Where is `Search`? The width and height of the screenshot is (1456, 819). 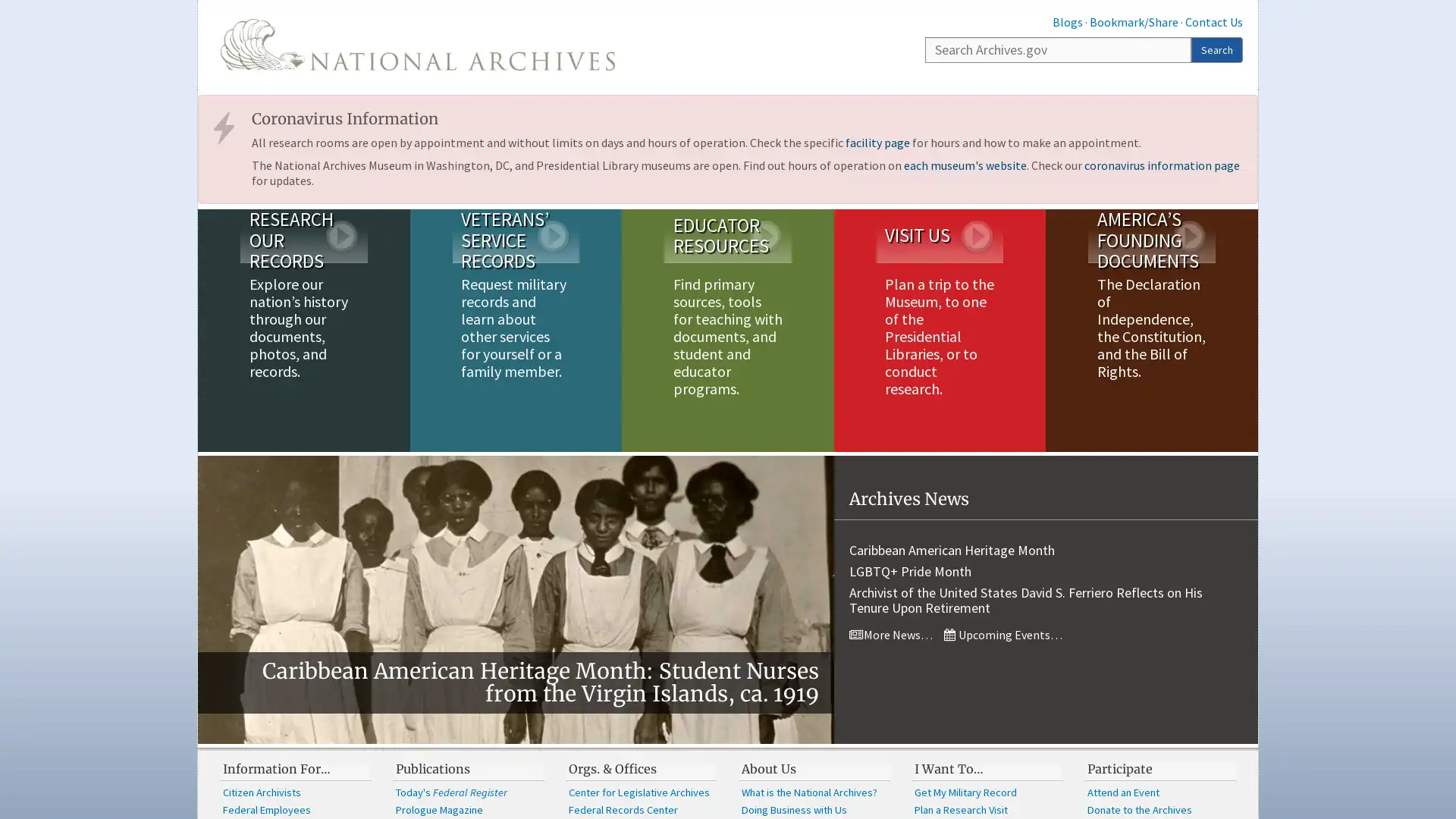
Search is located at coordinates (1216, 49).